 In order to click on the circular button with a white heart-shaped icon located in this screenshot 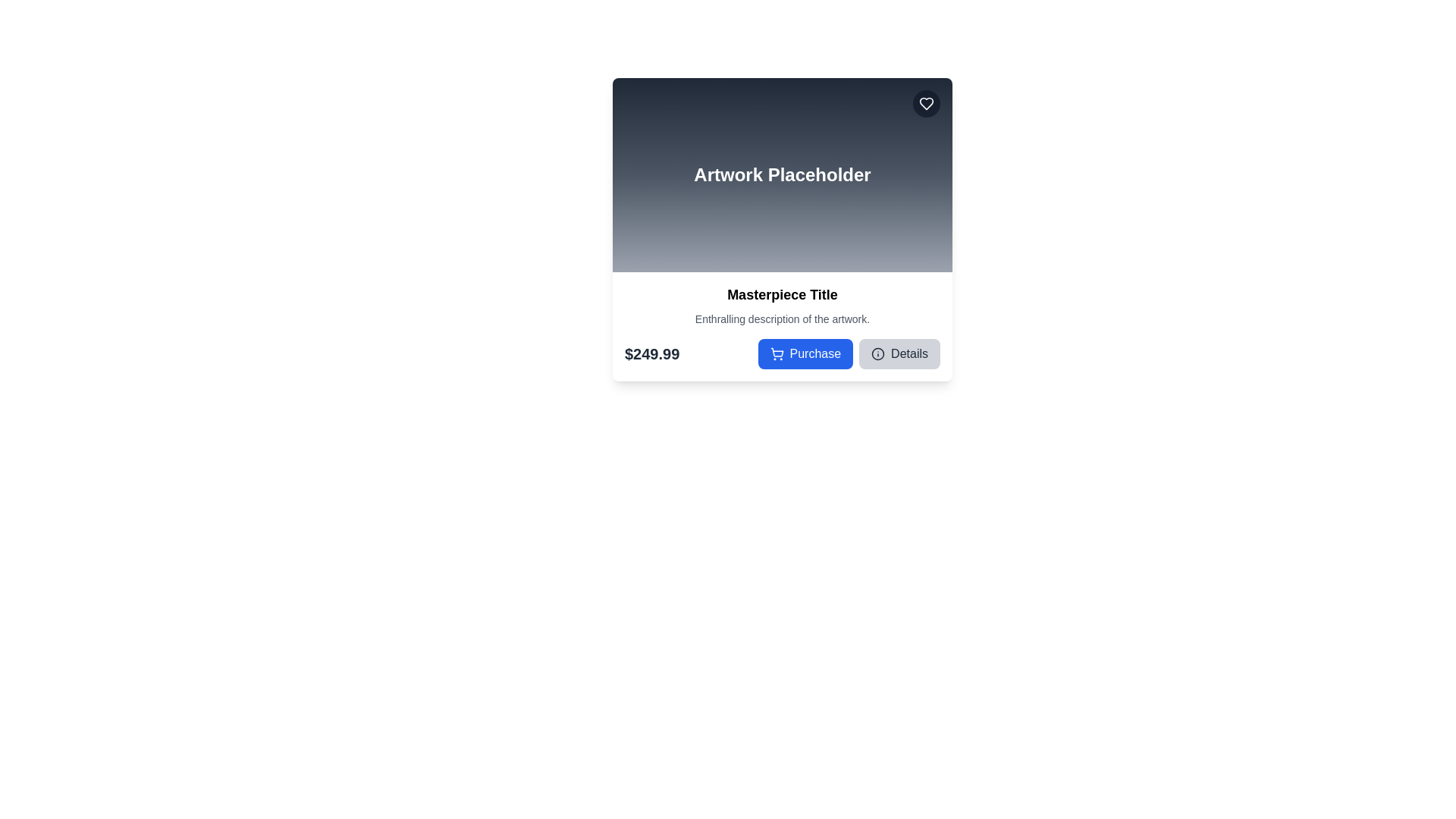, I will do `click(926, 103)`.